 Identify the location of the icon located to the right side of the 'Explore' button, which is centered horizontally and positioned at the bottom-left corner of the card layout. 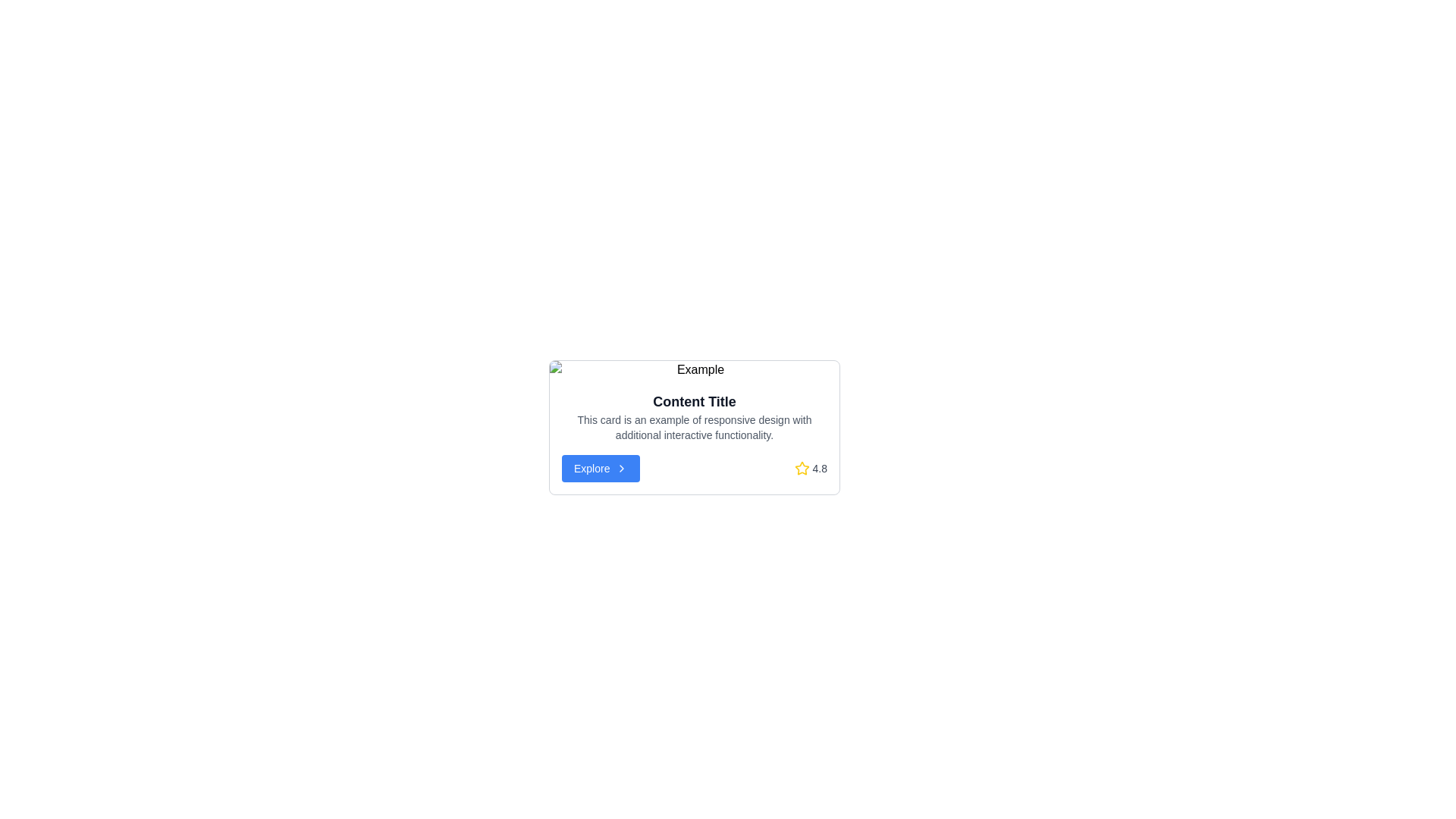
(622, 467).